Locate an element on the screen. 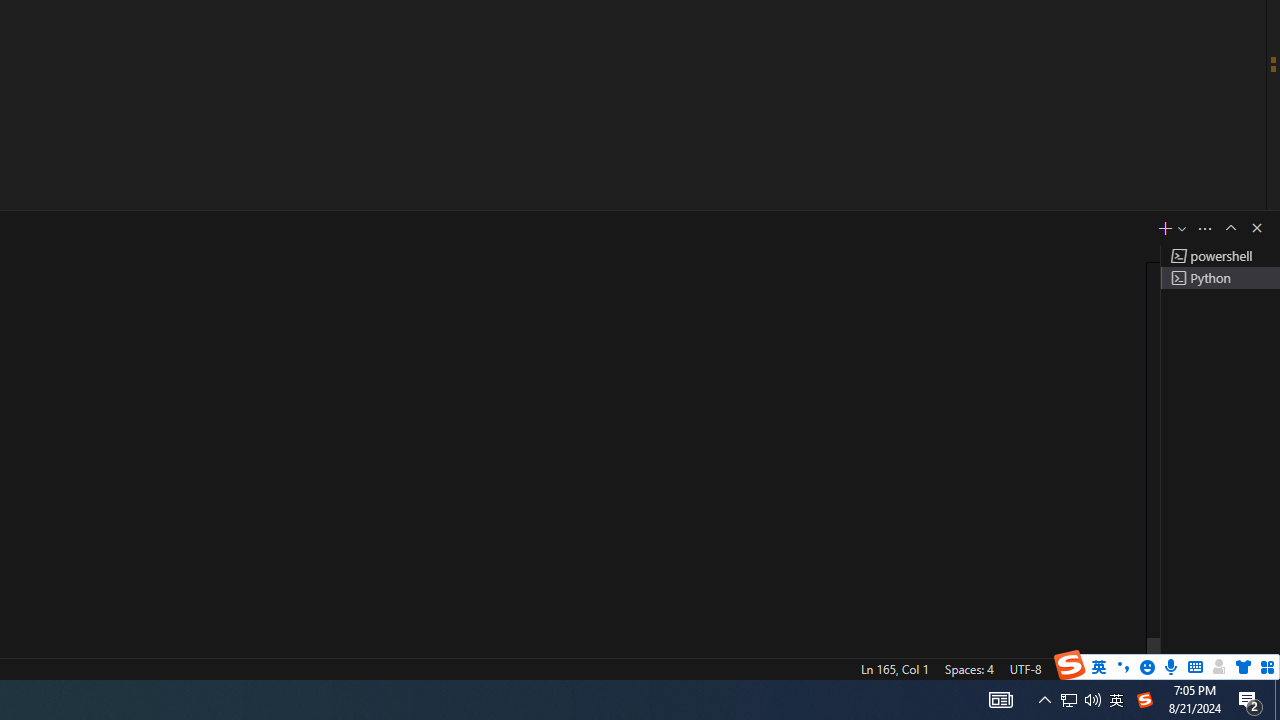 Image resolution: width=1280 pixels, height=720 pixels. 'Spaces: 4' is located at coordinates (968, 668).